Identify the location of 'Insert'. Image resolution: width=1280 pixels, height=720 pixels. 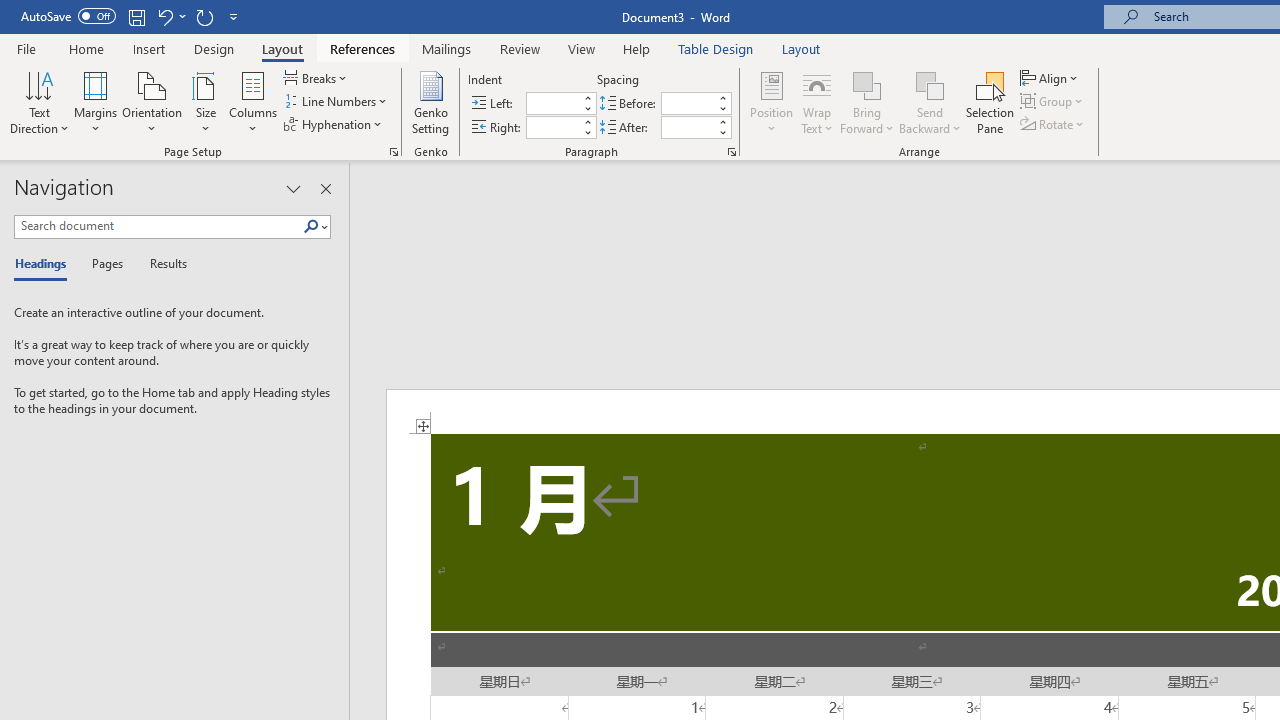
(148, 48).